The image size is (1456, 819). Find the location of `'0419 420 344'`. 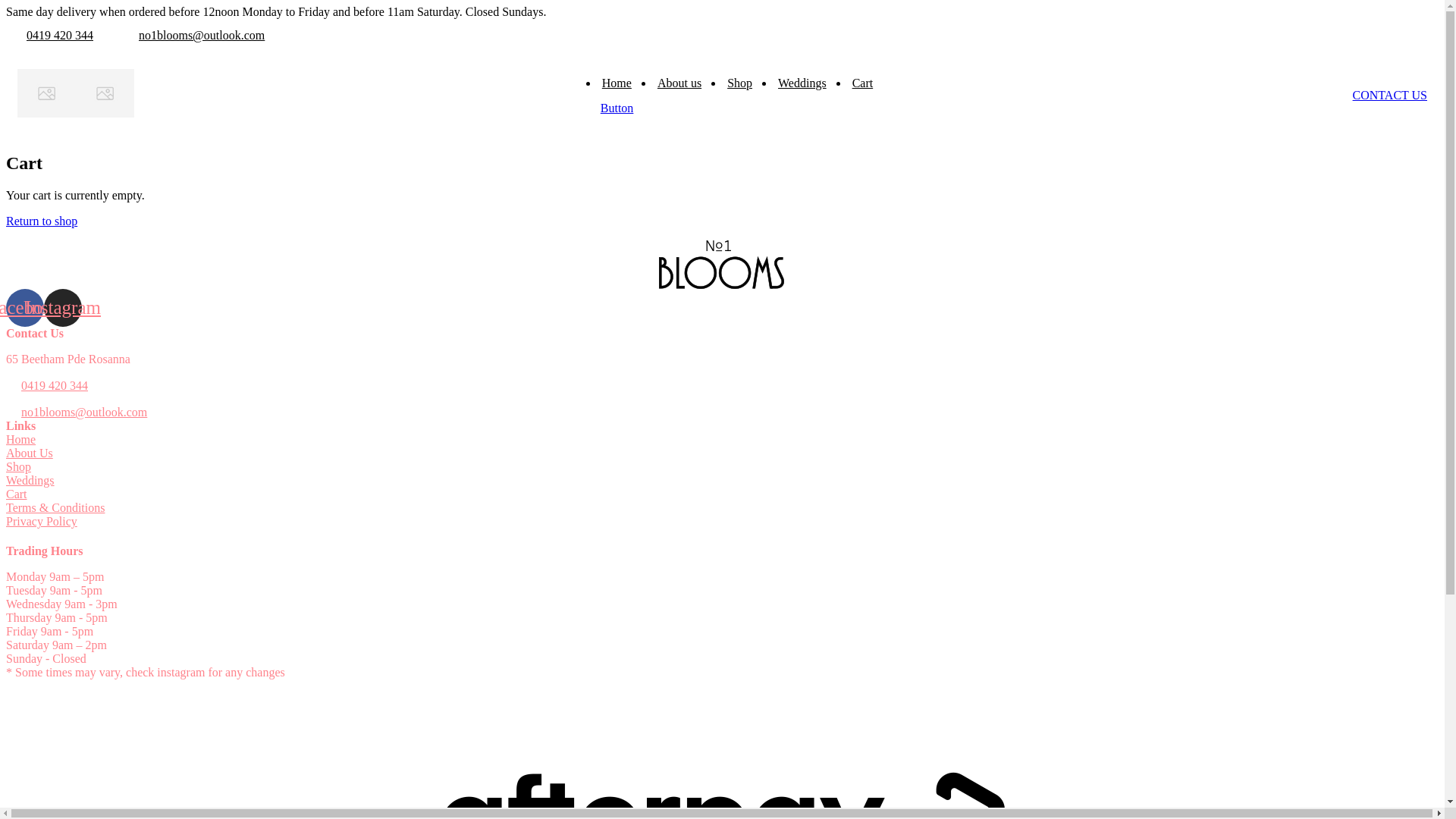

'0419 420 344' is located at coordinates (55, 385).